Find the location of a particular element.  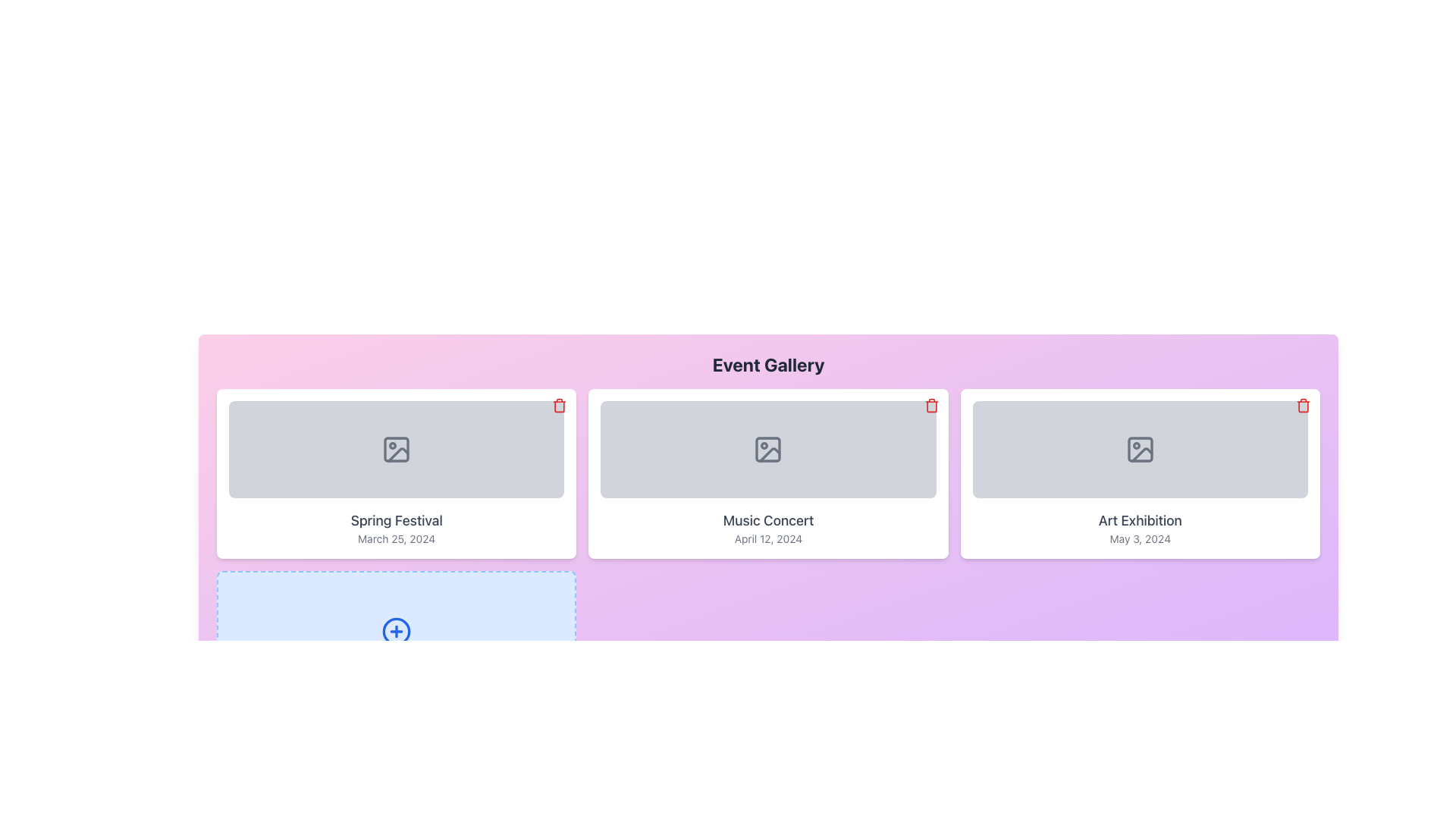

the appearance of the image placeholder icon located at the center of the third card from the left in the top row of the Event Gallery is located at coordinates (1140, 449).